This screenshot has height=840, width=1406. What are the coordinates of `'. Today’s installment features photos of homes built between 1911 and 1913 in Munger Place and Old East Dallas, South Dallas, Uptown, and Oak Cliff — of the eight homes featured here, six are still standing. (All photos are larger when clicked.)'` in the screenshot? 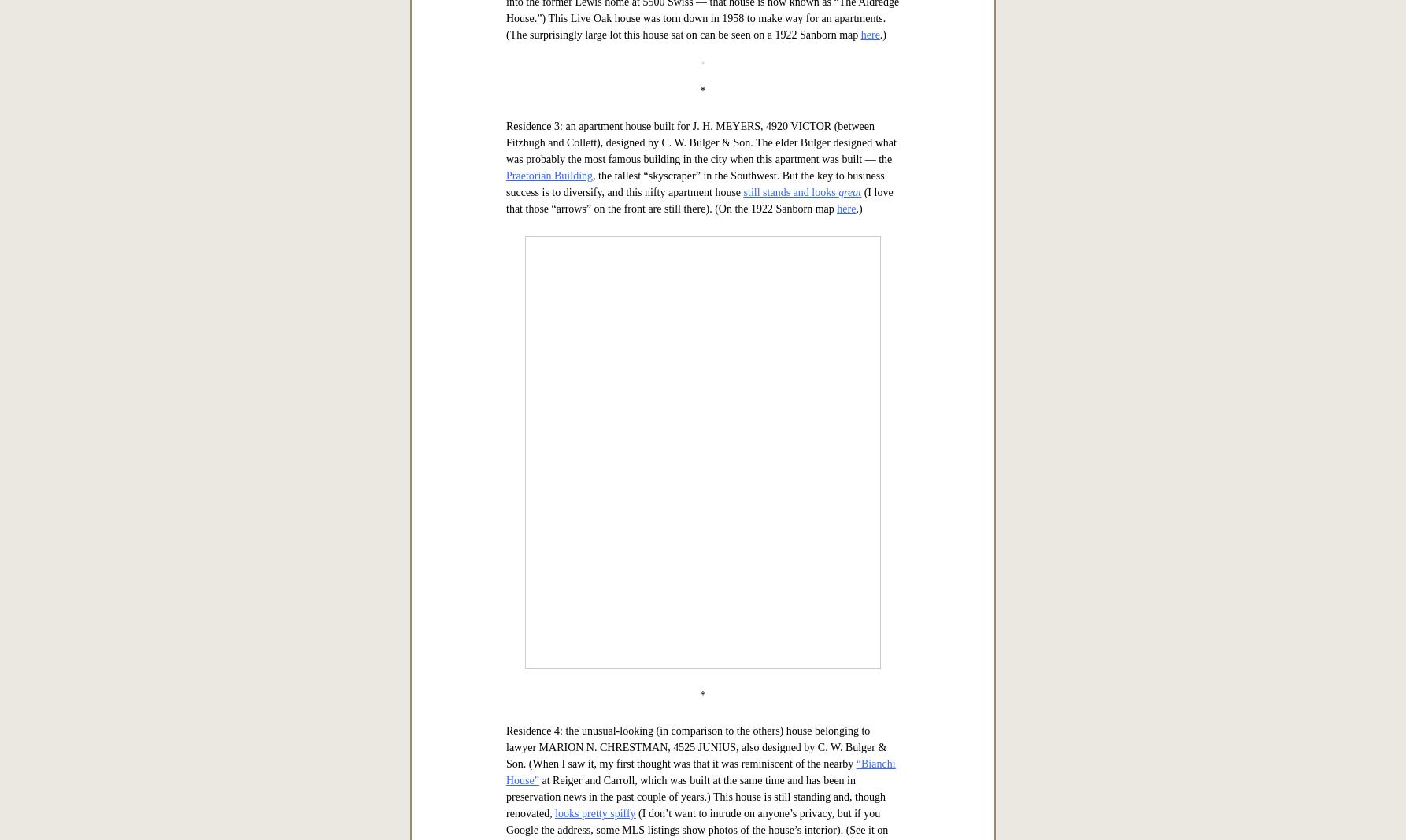 It's located at (505, 215).